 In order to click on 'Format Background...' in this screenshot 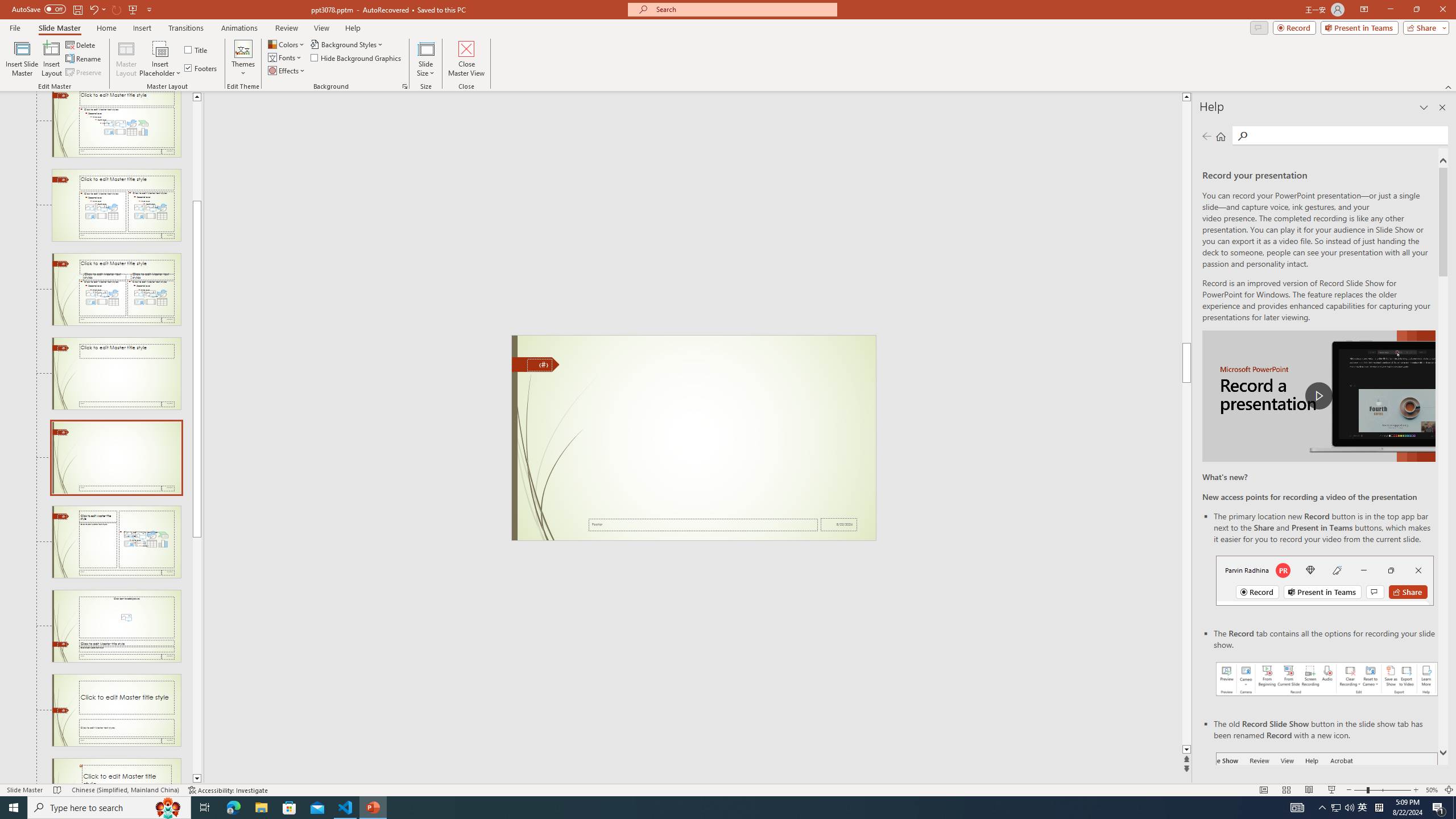, I will do `click(404, 85)`.